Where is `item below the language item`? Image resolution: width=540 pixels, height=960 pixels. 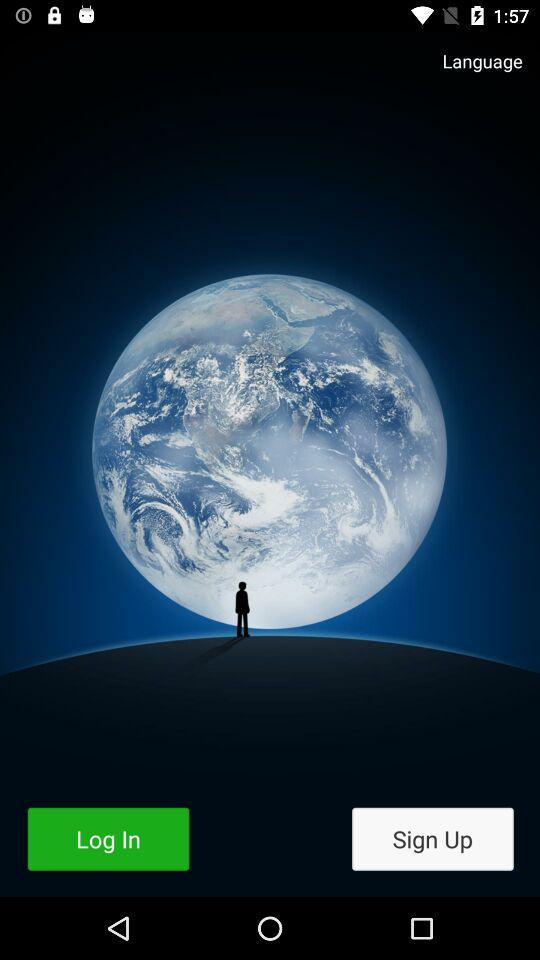
item below the language item is located at coordinates (431, 839).